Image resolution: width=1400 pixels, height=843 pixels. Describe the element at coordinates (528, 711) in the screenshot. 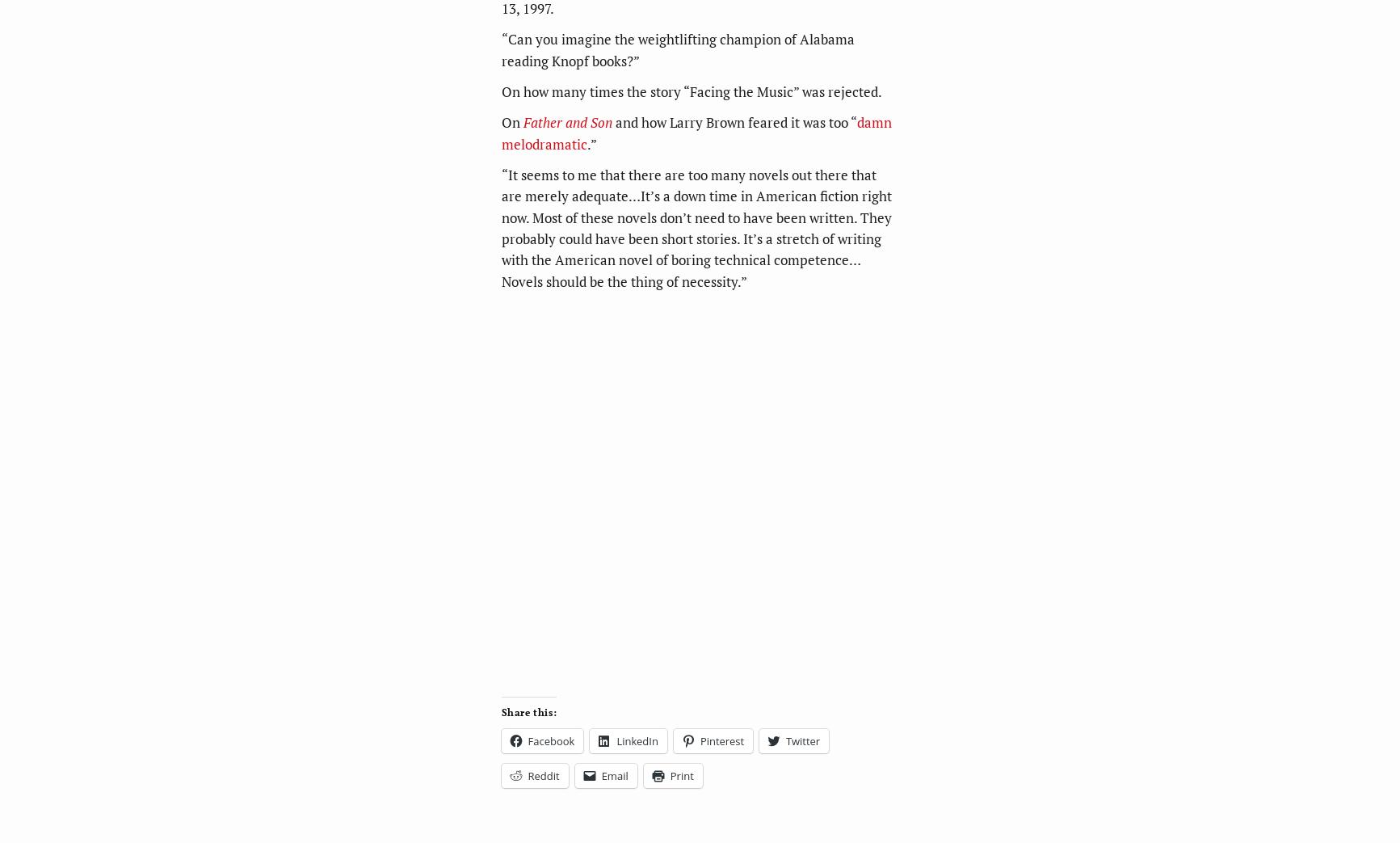

I see `'Share this:'` at that location.